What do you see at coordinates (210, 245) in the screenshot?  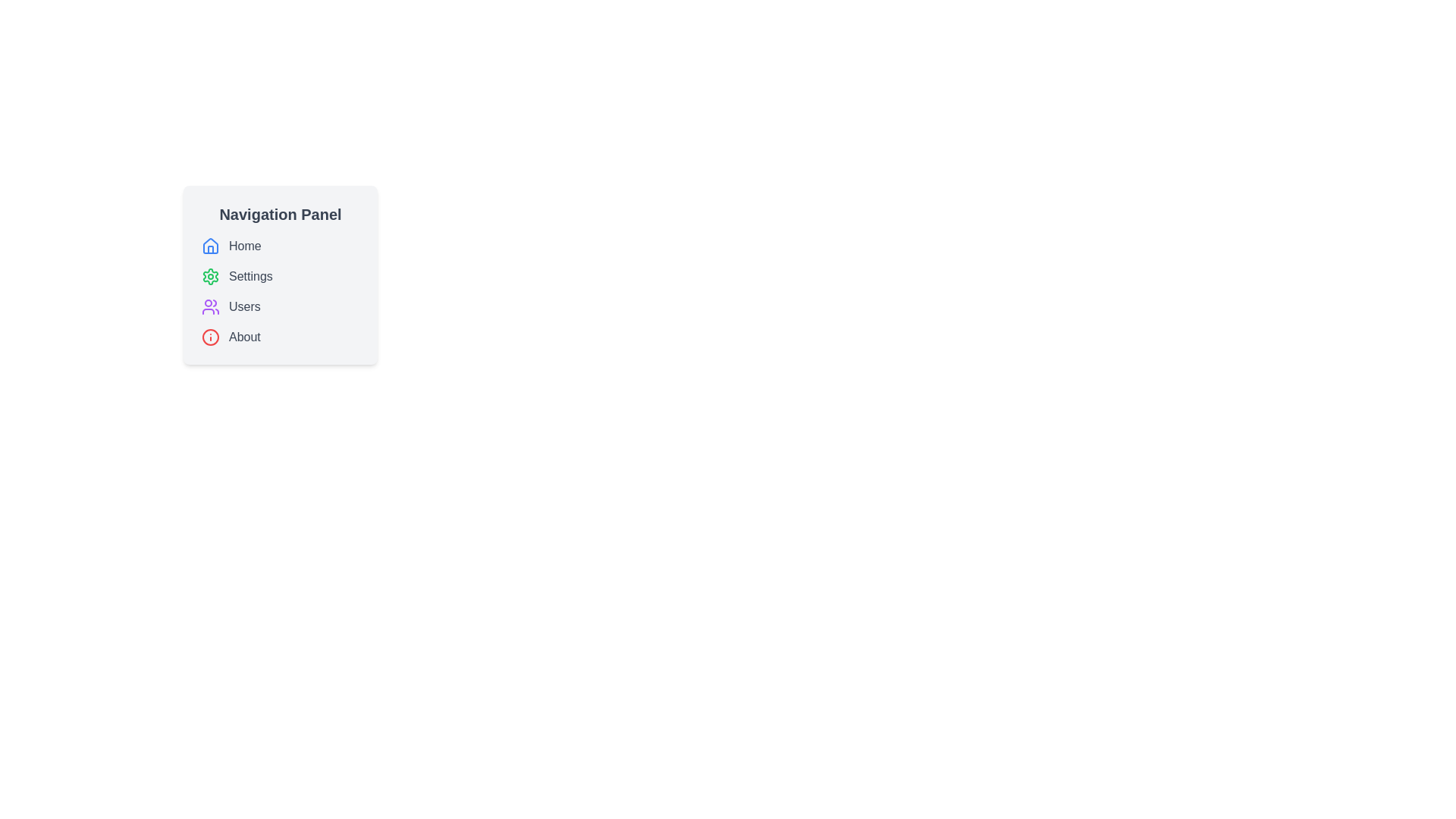 I see `the 'Home' icon, which is an SVG icon resembling a house outline, located at the top-left of the navigation panel` at bounding box center [210, 245].